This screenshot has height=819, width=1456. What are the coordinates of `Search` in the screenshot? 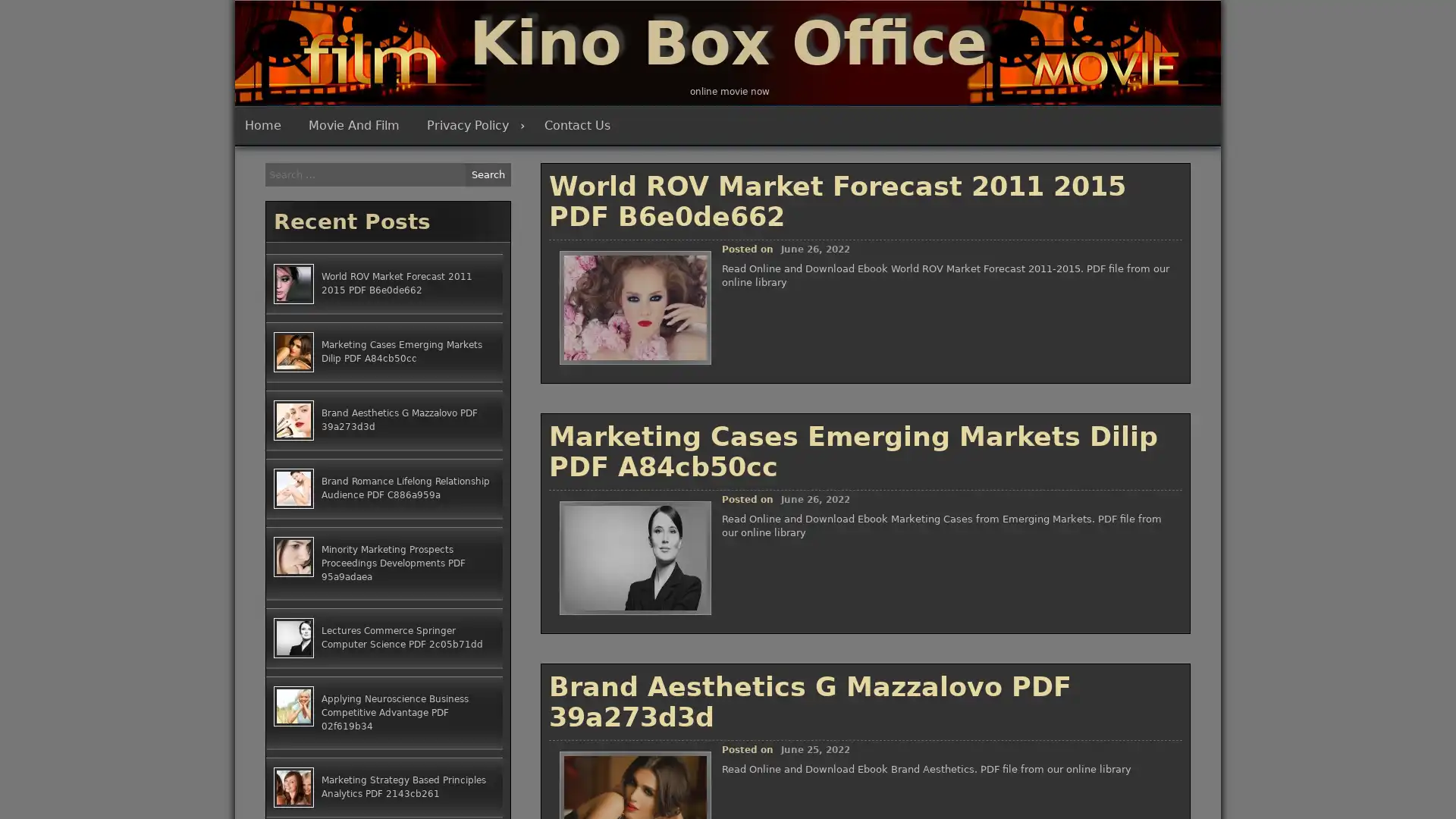 It's located at (488, 174).